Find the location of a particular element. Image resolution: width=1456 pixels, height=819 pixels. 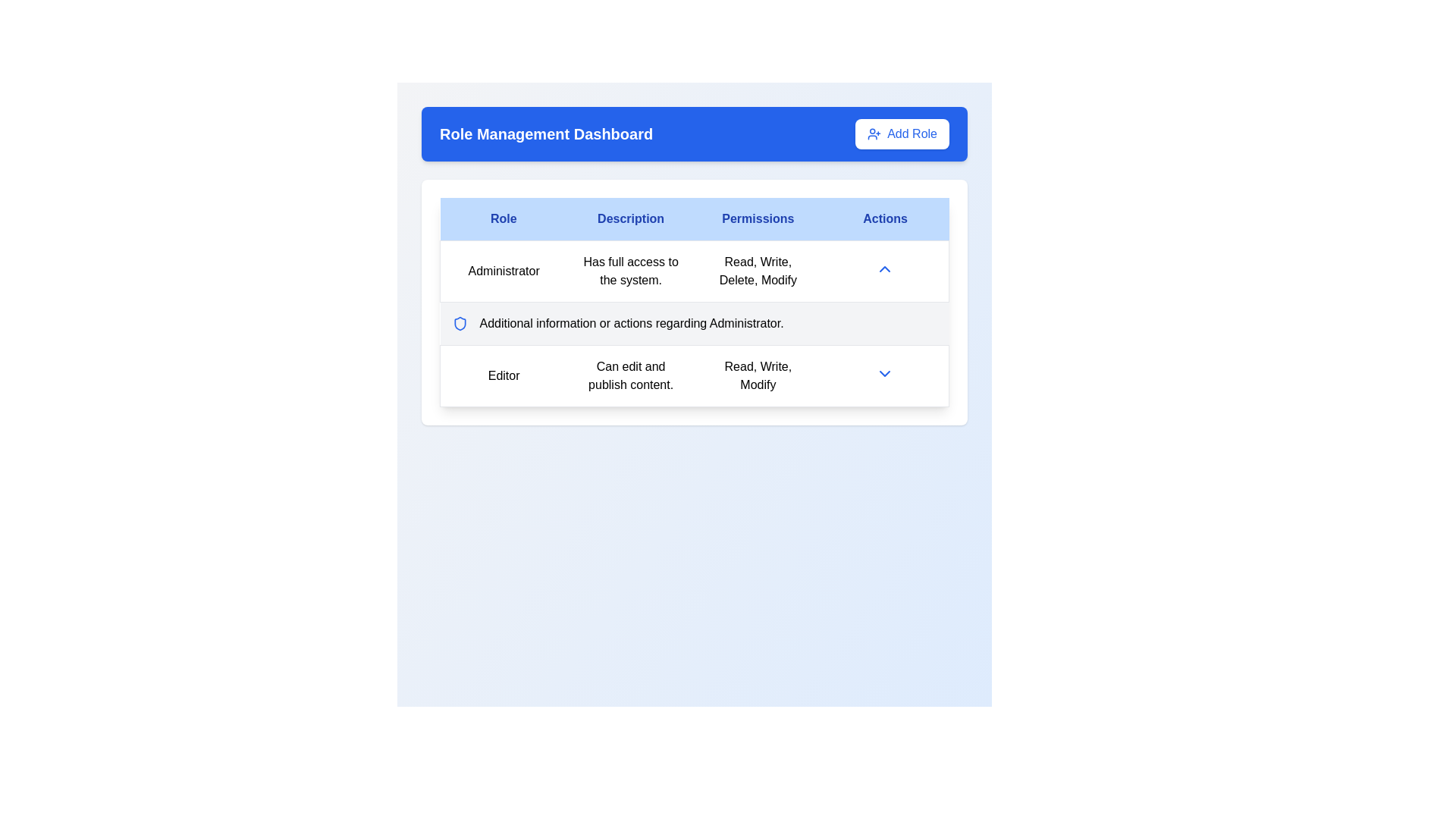

text of the 'Administrator' label in the Role column of the table is located at coordinates (504, 271).